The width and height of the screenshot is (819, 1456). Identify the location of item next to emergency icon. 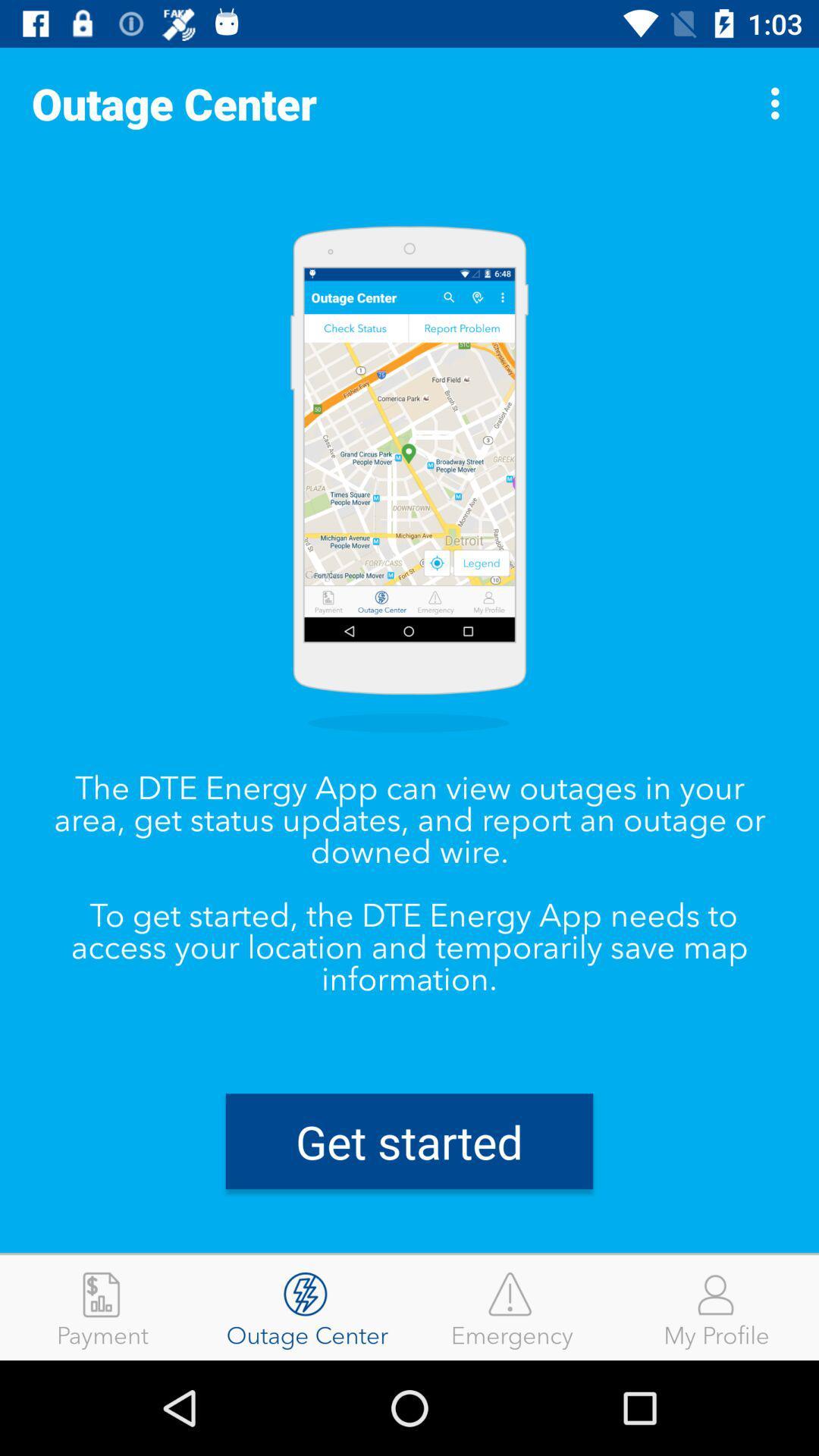
(717, 1307).